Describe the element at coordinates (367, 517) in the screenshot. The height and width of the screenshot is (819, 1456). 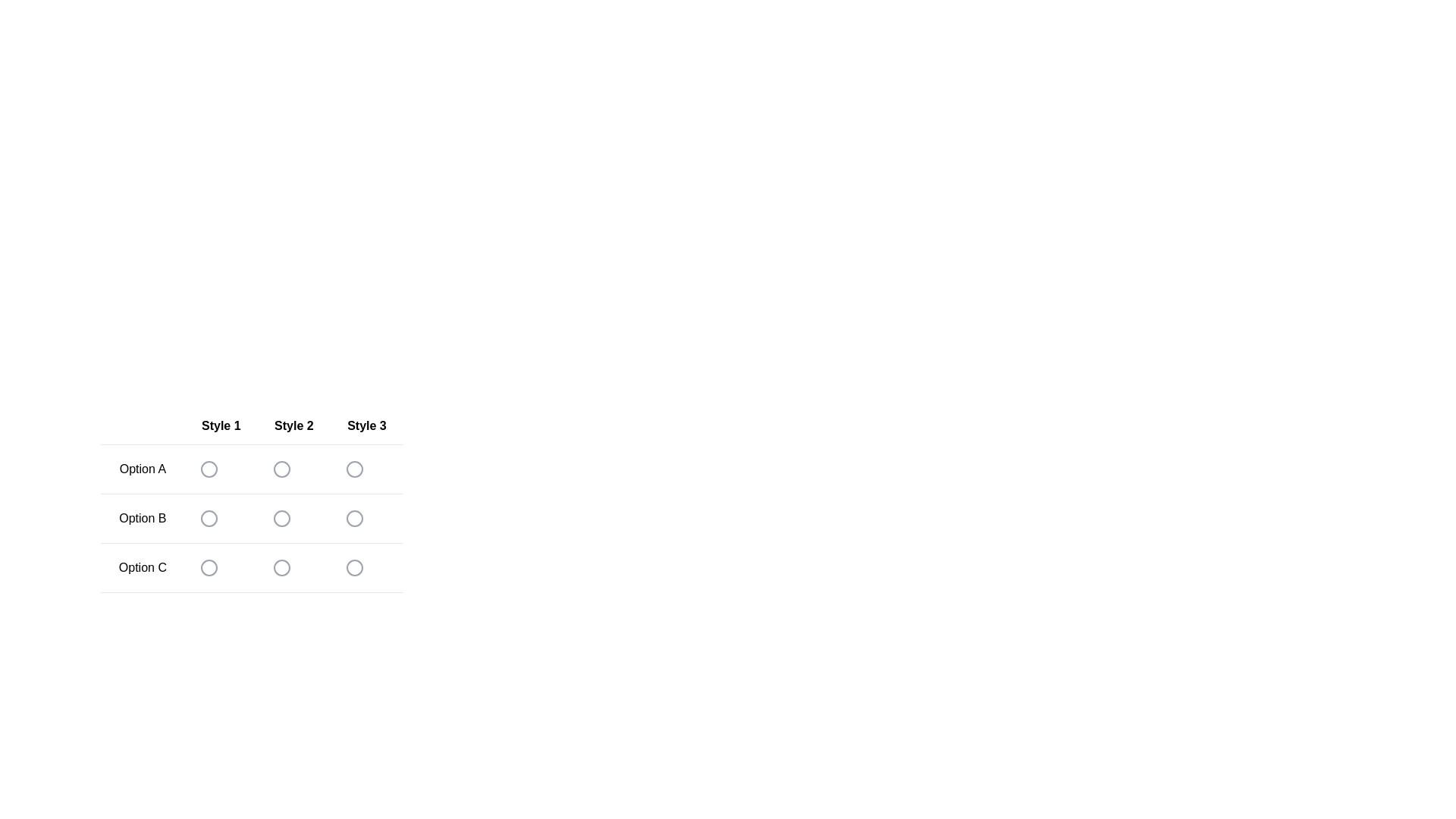
I see `the unselected radio button located under 'Style 3' and aligned with 'Option B'` at that location.